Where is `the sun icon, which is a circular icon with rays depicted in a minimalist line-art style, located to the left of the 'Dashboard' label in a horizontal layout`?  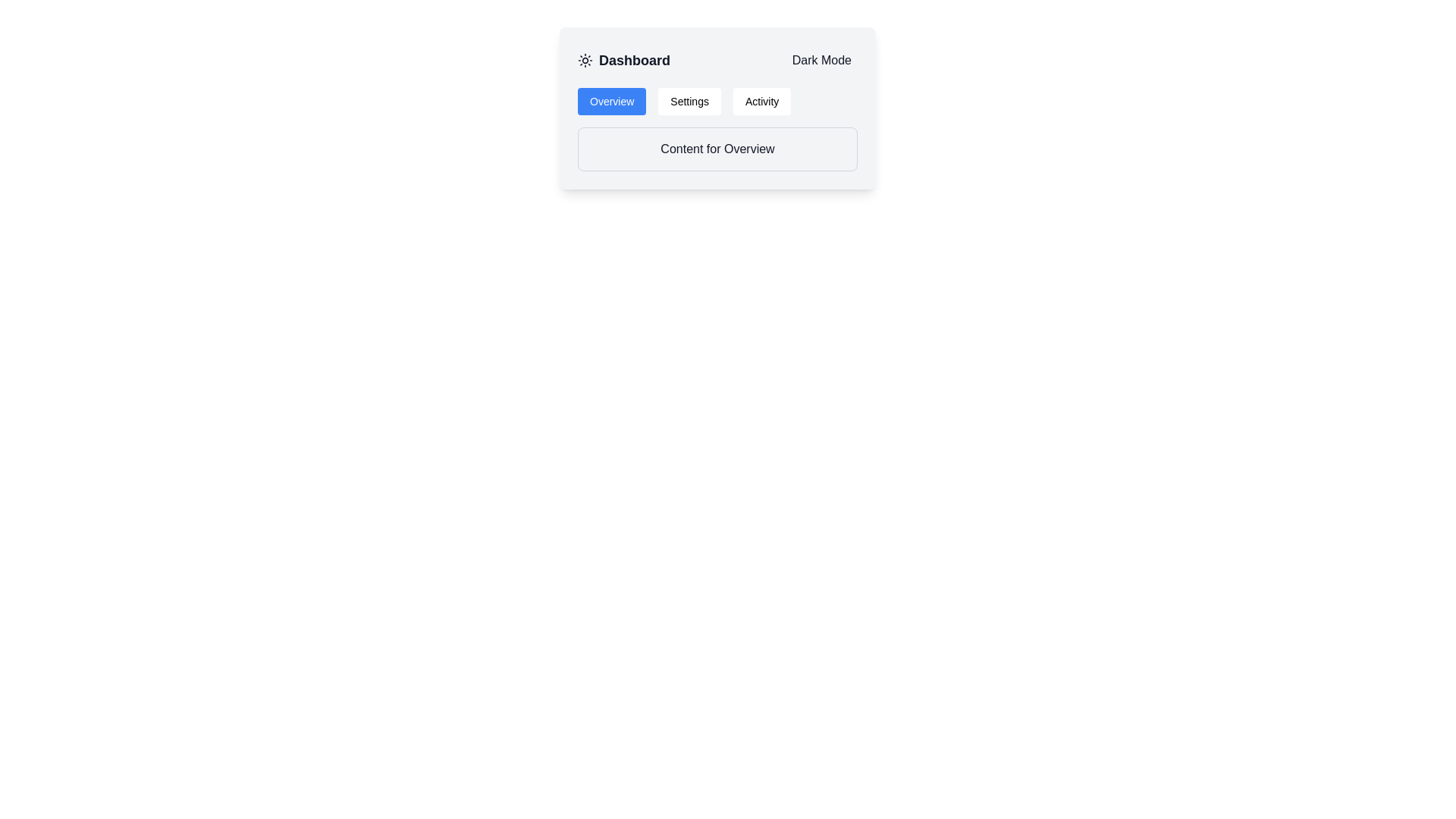
the sun icon, which is a circular icon with rays depicted in a minimalist line-art style, located to the left of the 'Dashboard' label in a horizontal layout is located at coordinates (585, 60).